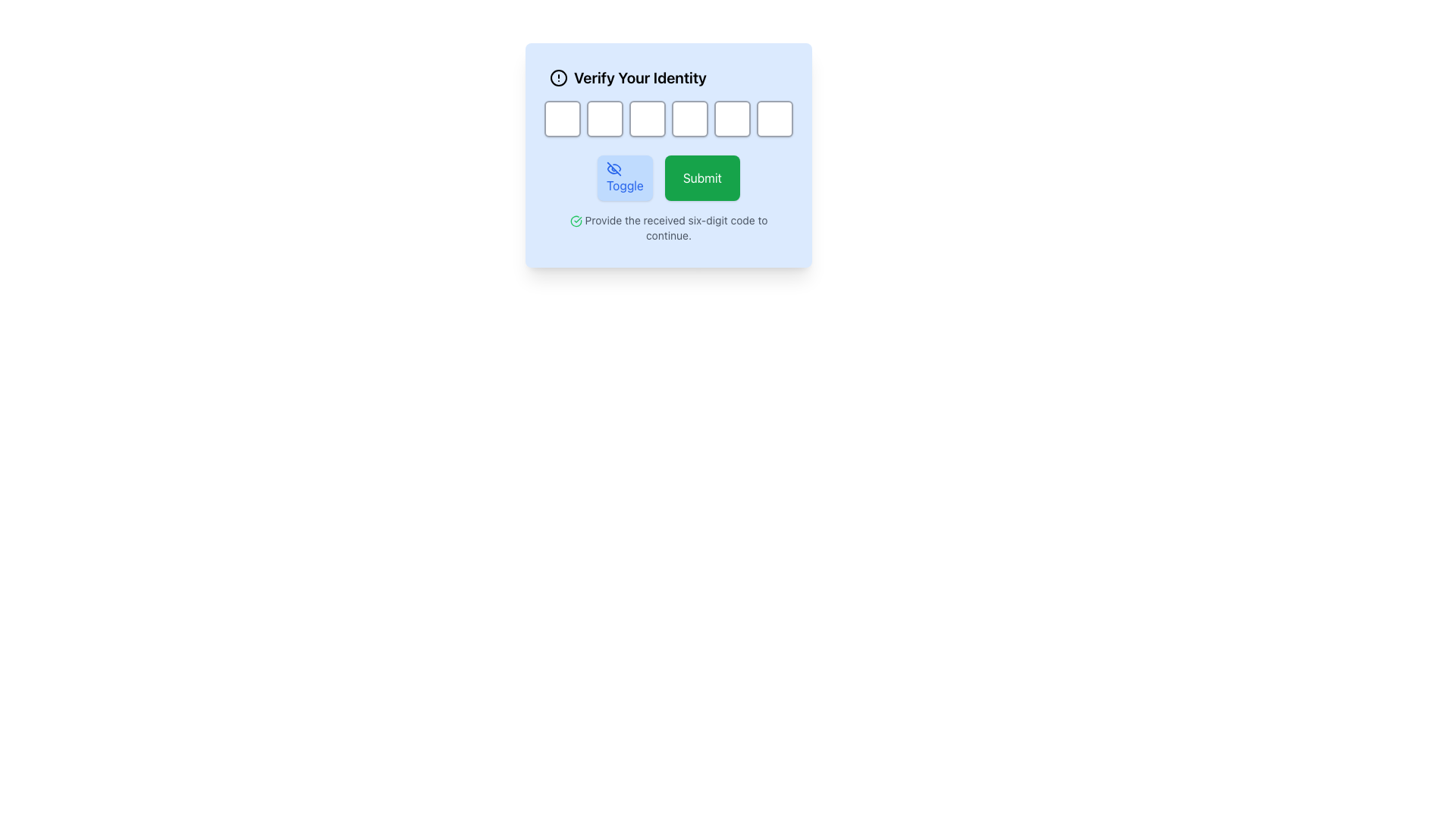  Describe the element at coordinates (701, 177) in the screenshot. I see `the submit button located to the right of the blue 'Toggle' button` at that location.